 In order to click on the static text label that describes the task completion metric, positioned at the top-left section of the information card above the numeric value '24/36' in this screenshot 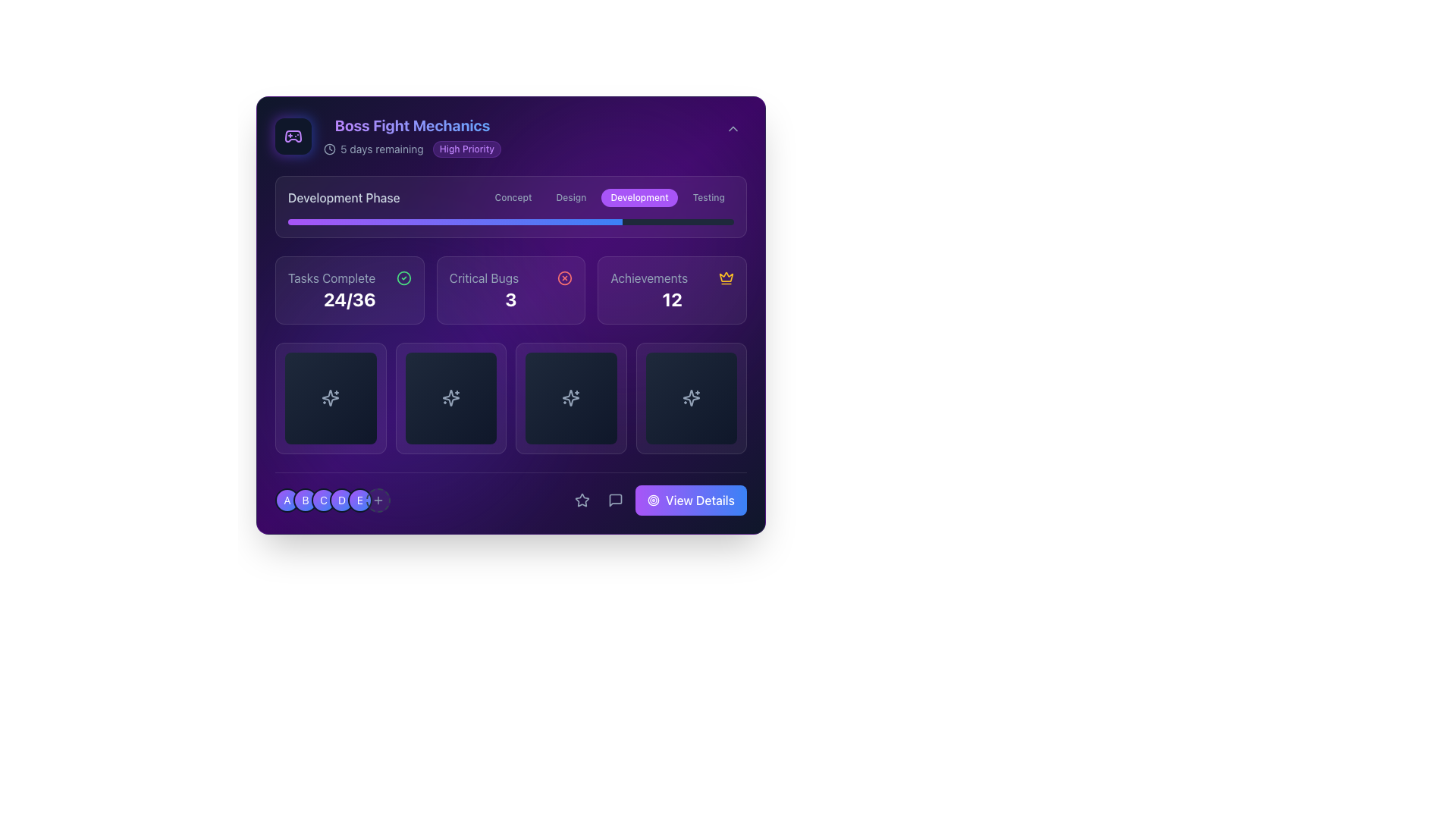, I will do `click(331, 278)`.